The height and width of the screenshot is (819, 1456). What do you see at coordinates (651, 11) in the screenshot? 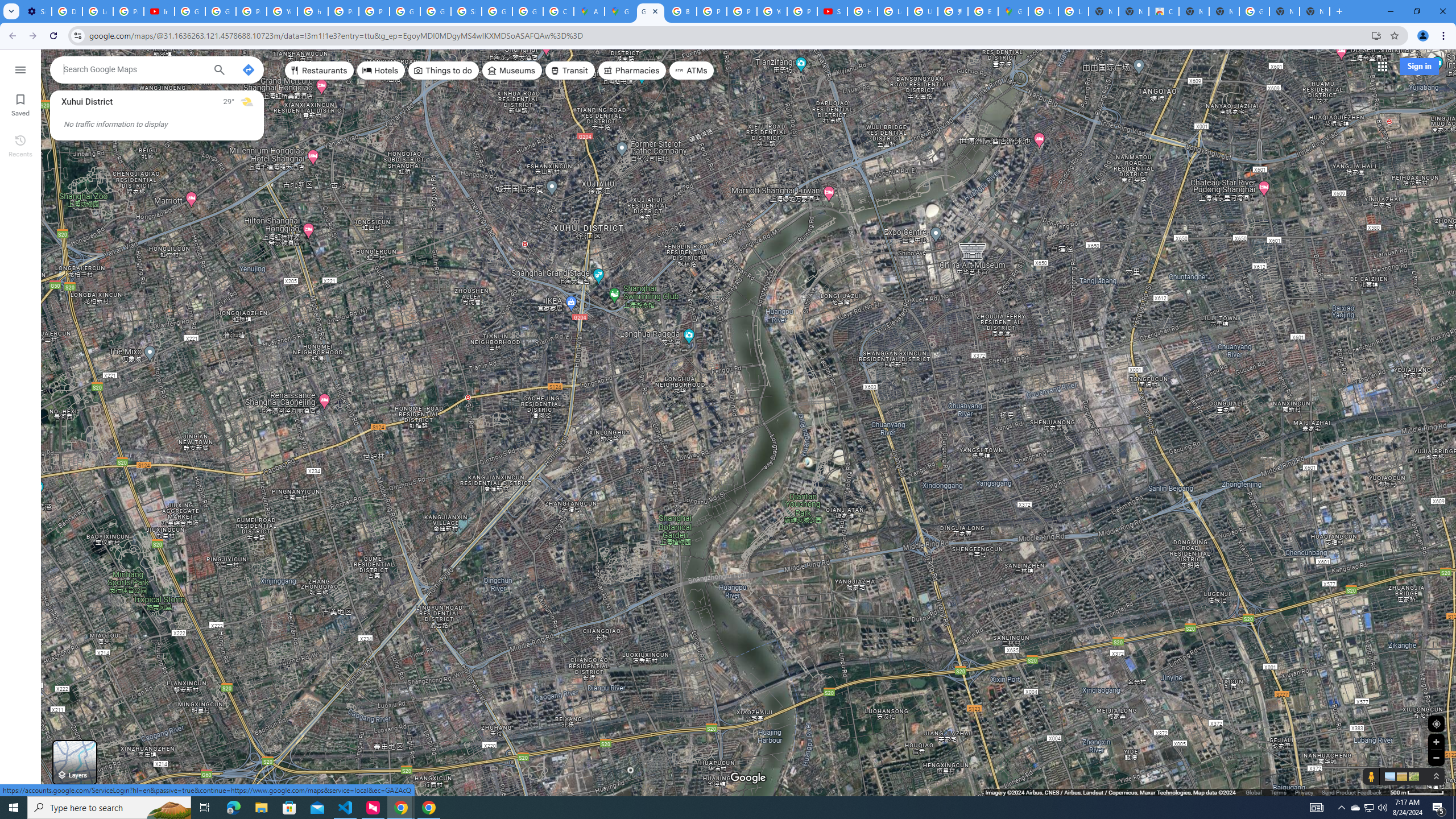
I see `'Google Maps'` at bounding box center [651, 11].